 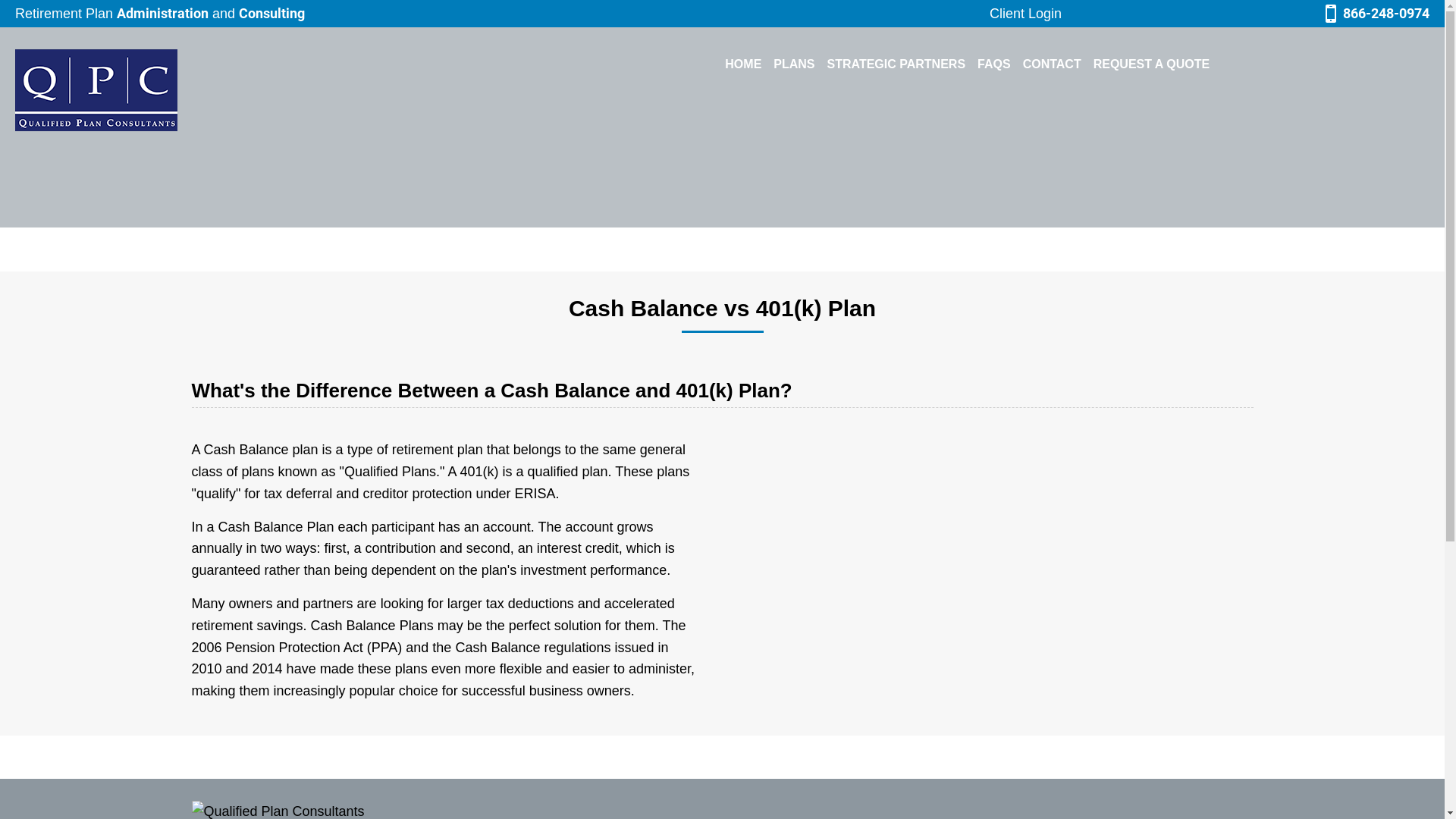 I want to click on 'CONTACT', so click(x=1016, y=63).